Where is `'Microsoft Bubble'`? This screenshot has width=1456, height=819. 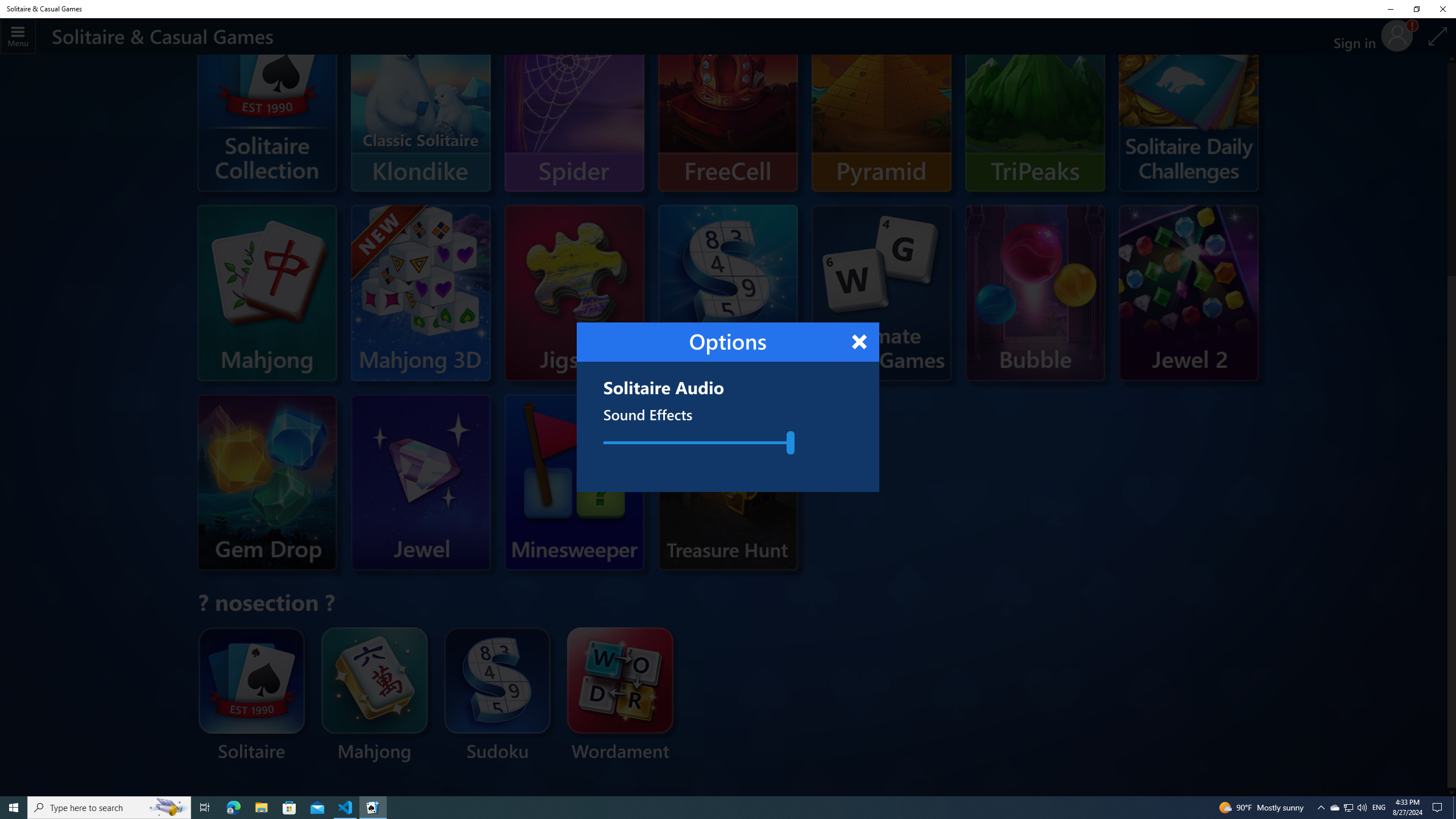 'Microsoft Bubble' is located at coordinates (1035, 292).